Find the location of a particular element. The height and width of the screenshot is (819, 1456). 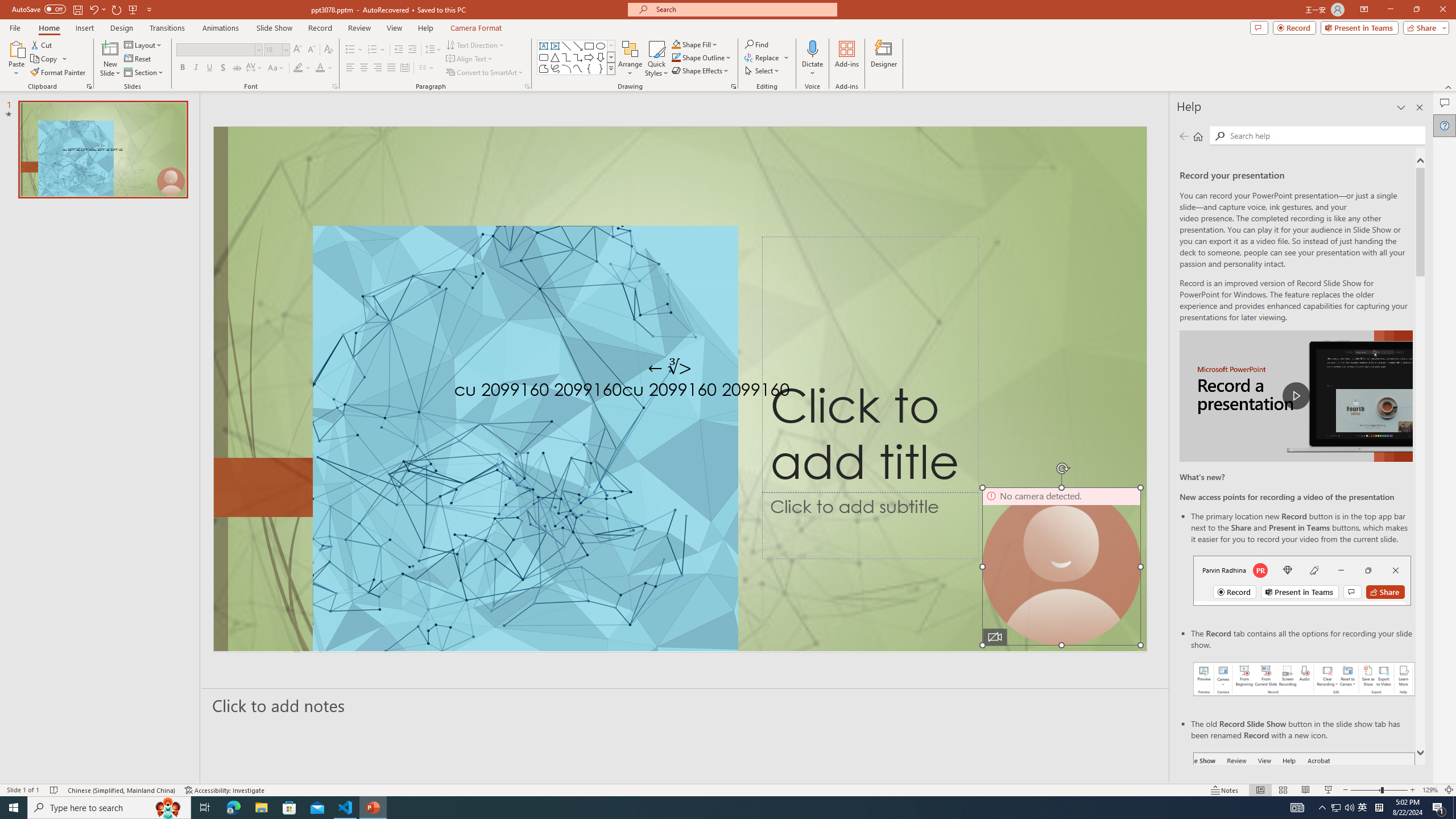

'An abstract genetic concept' is located at coordinates (680, 388).